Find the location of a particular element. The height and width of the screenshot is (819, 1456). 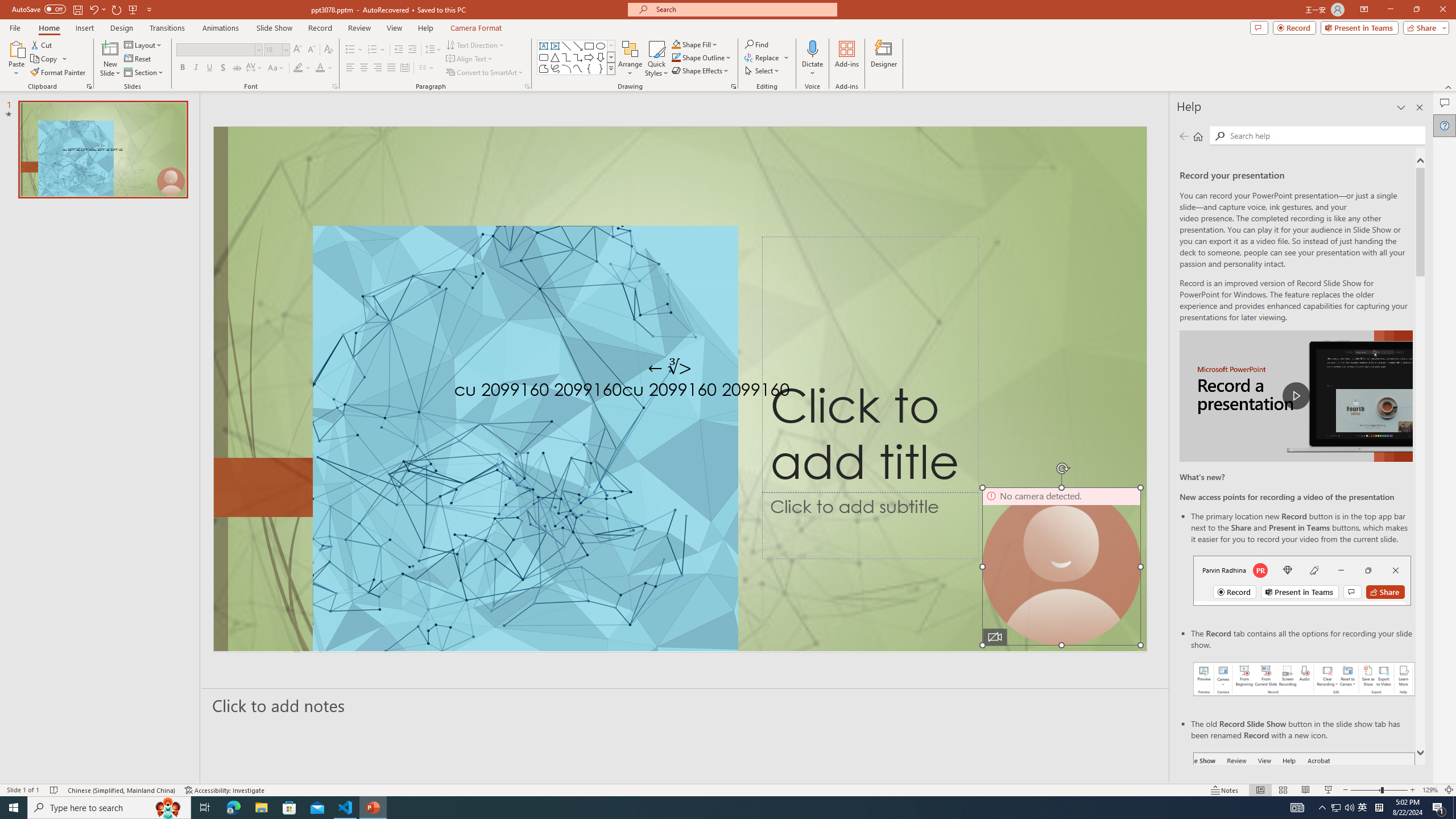

'An abstract genetic concept' is located at coordinates (680, 388).